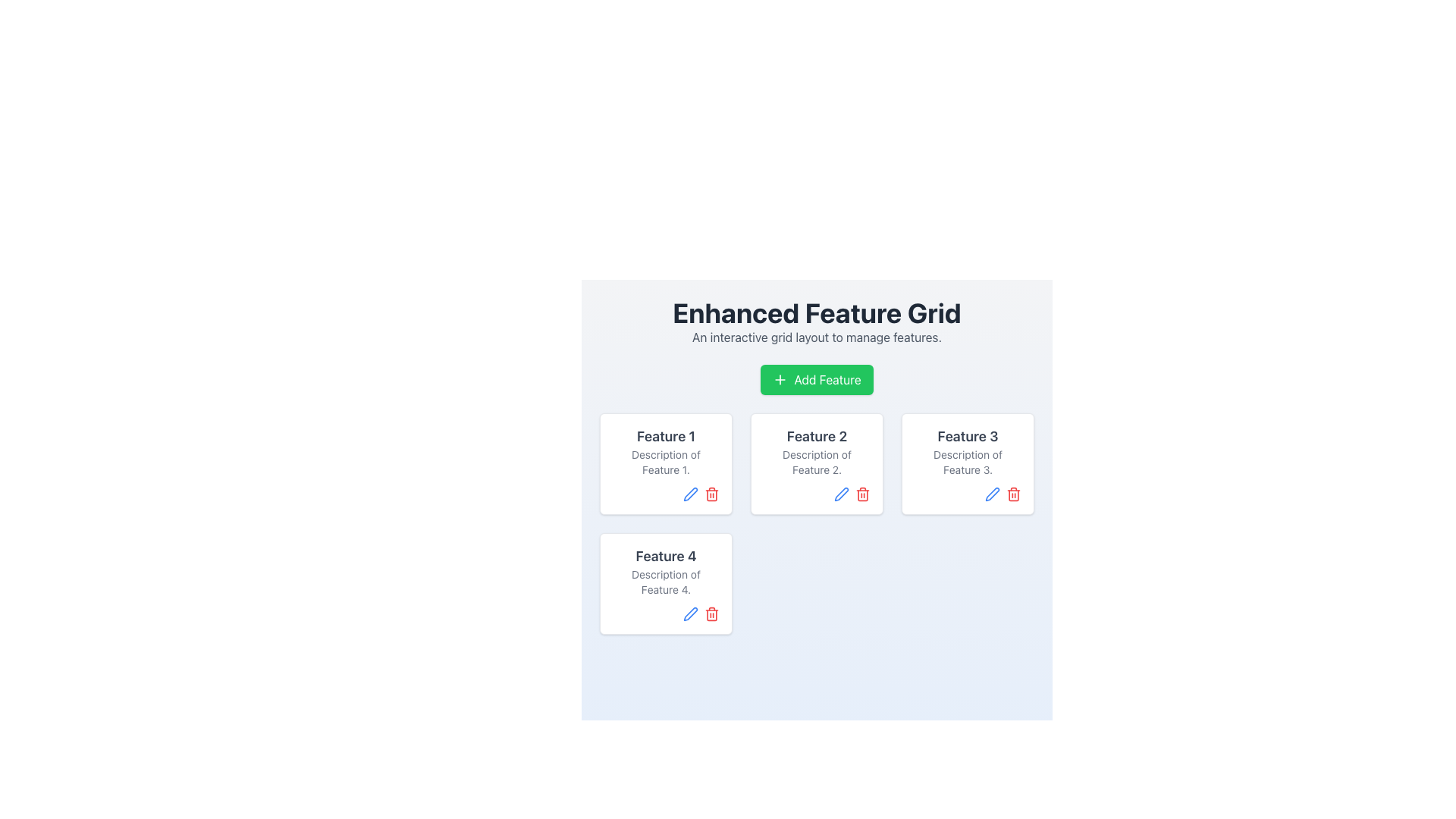 This screenshot has width=1456, height=819. Describe the element at coordinates (967, 451) in the screenshot. I see `the descriptive text block titled 'Feature 3' which contains the text 'Description of Feature 3.'` at that location.